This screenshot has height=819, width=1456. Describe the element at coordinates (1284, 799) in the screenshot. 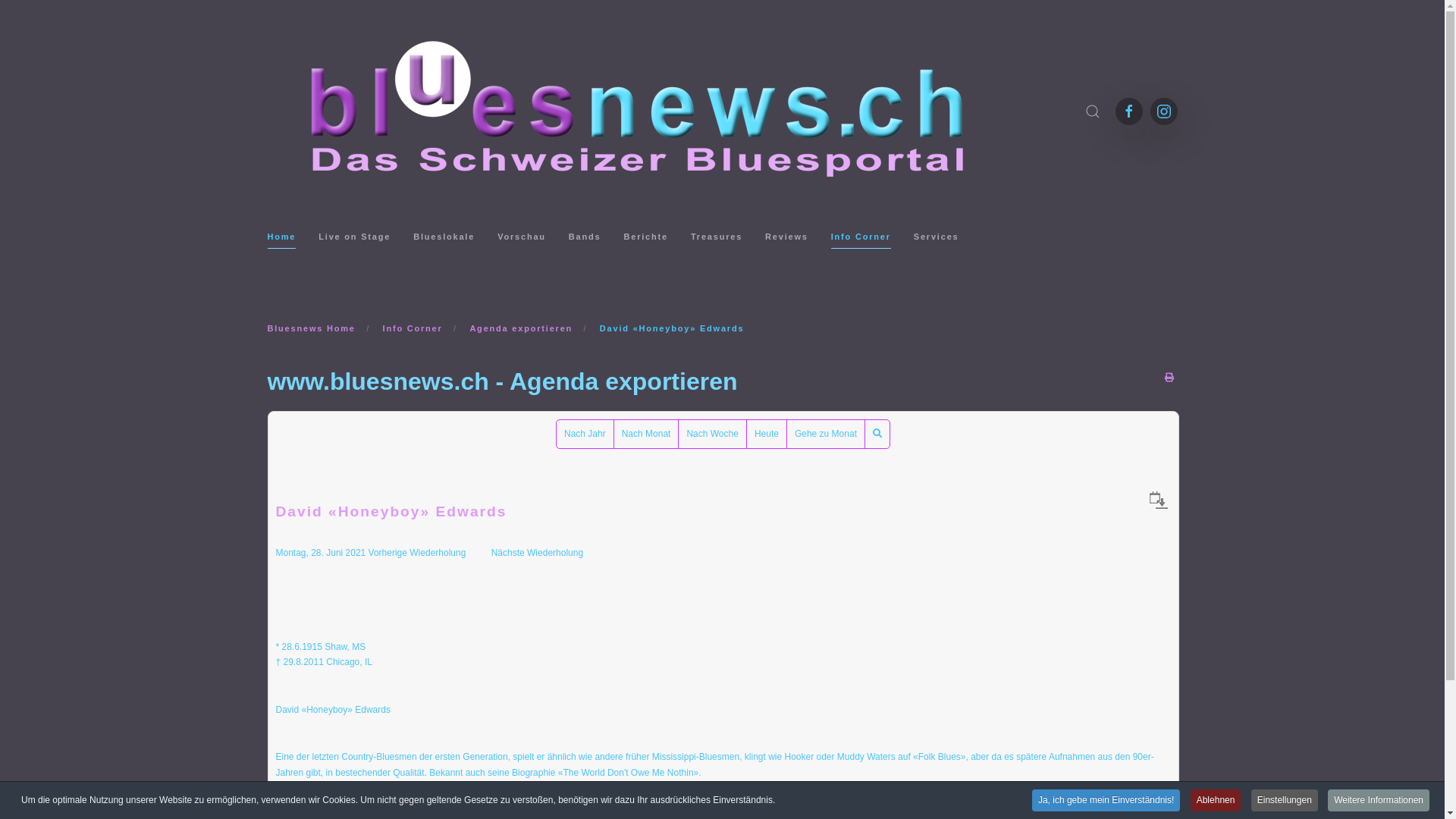

I see `'Einstellungen'` at that location.